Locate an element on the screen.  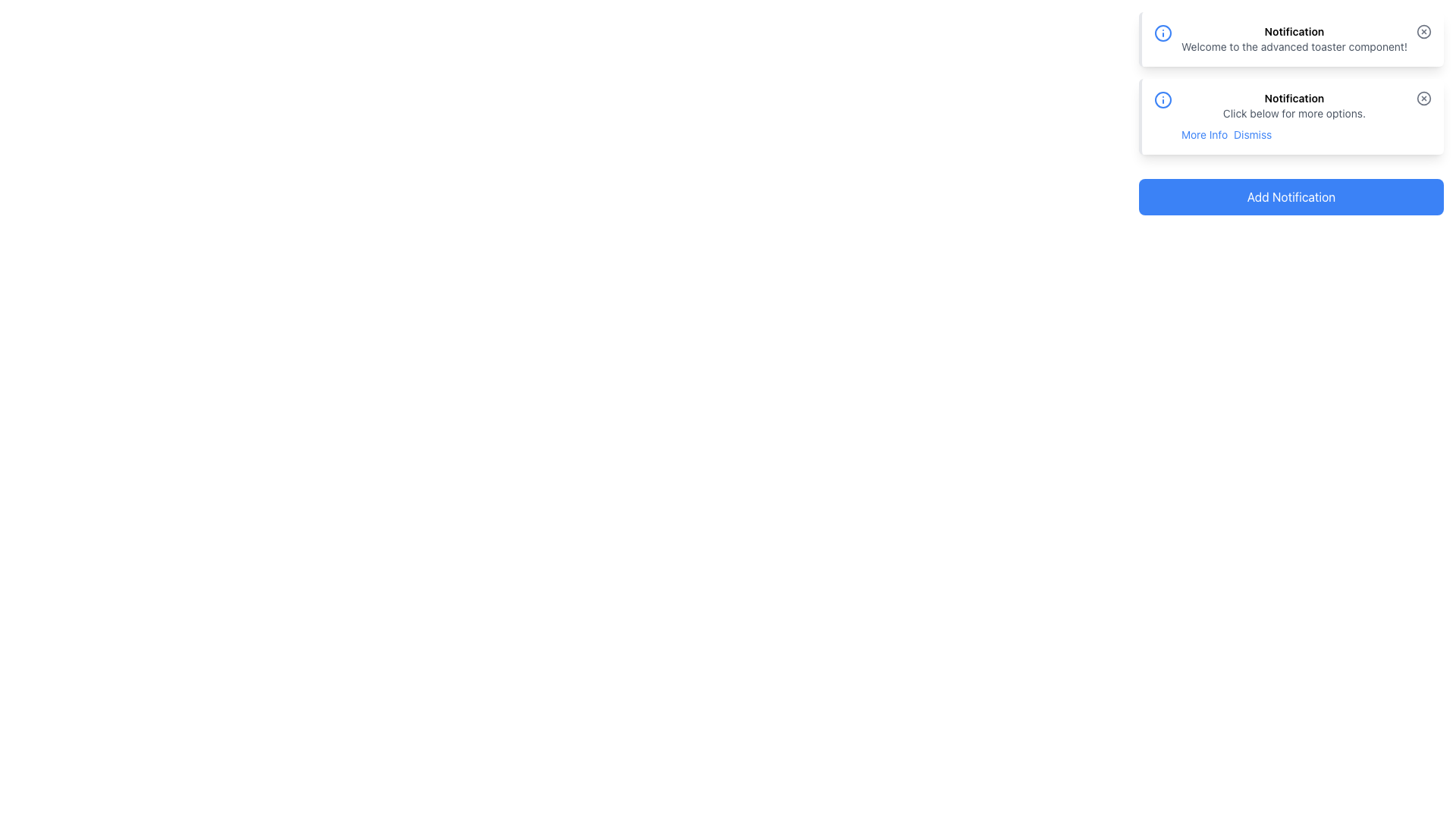
the static text that provides additional information about the notification, positioned below the 'Notification' title and above the 'More Info' and 'Dismiss' buttons is located at coordinates (1294, 113).